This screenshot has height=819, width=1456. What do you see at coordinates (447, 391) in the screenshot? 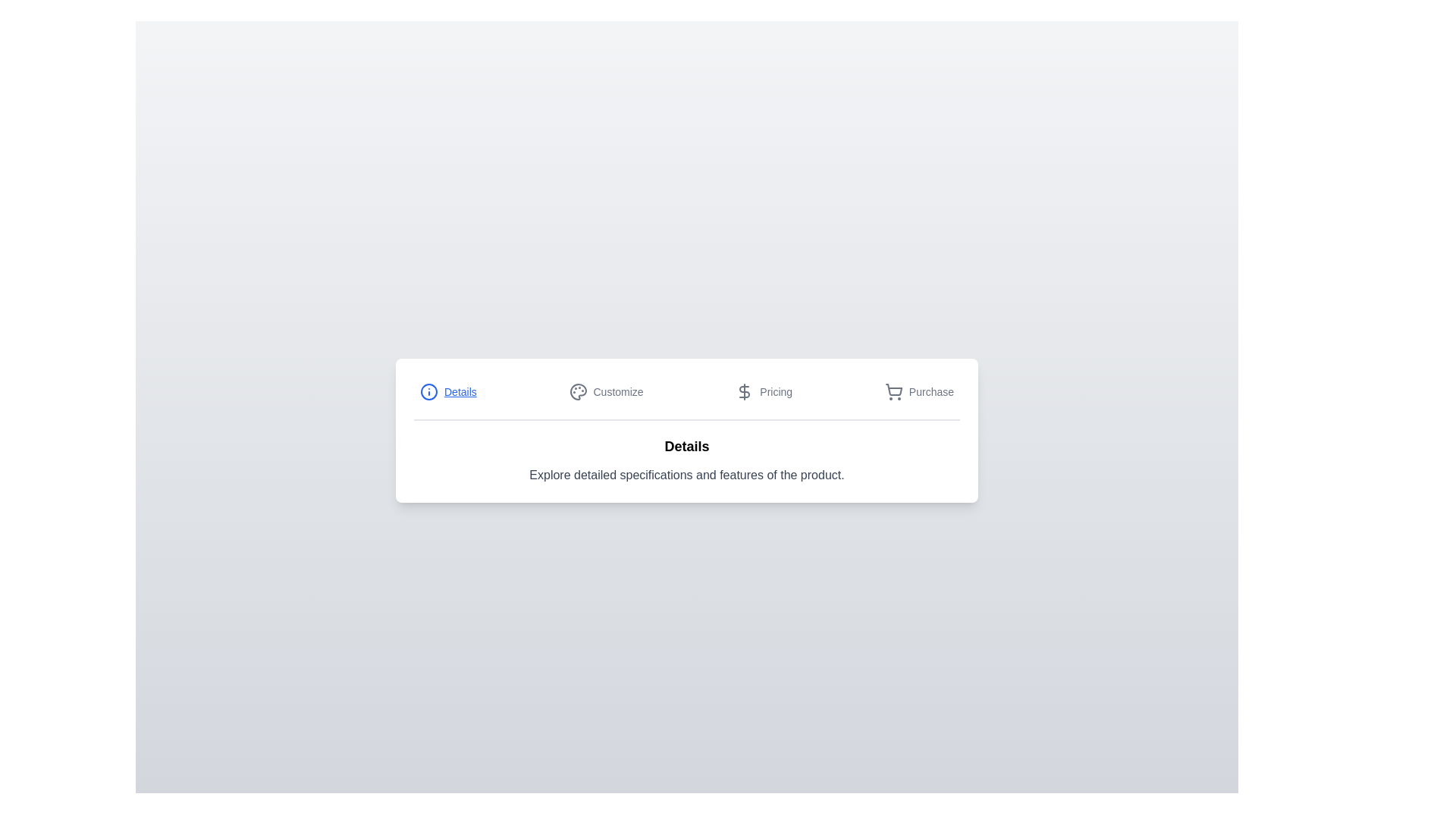
I see `the Details tab` at bounding box center [447, 391].